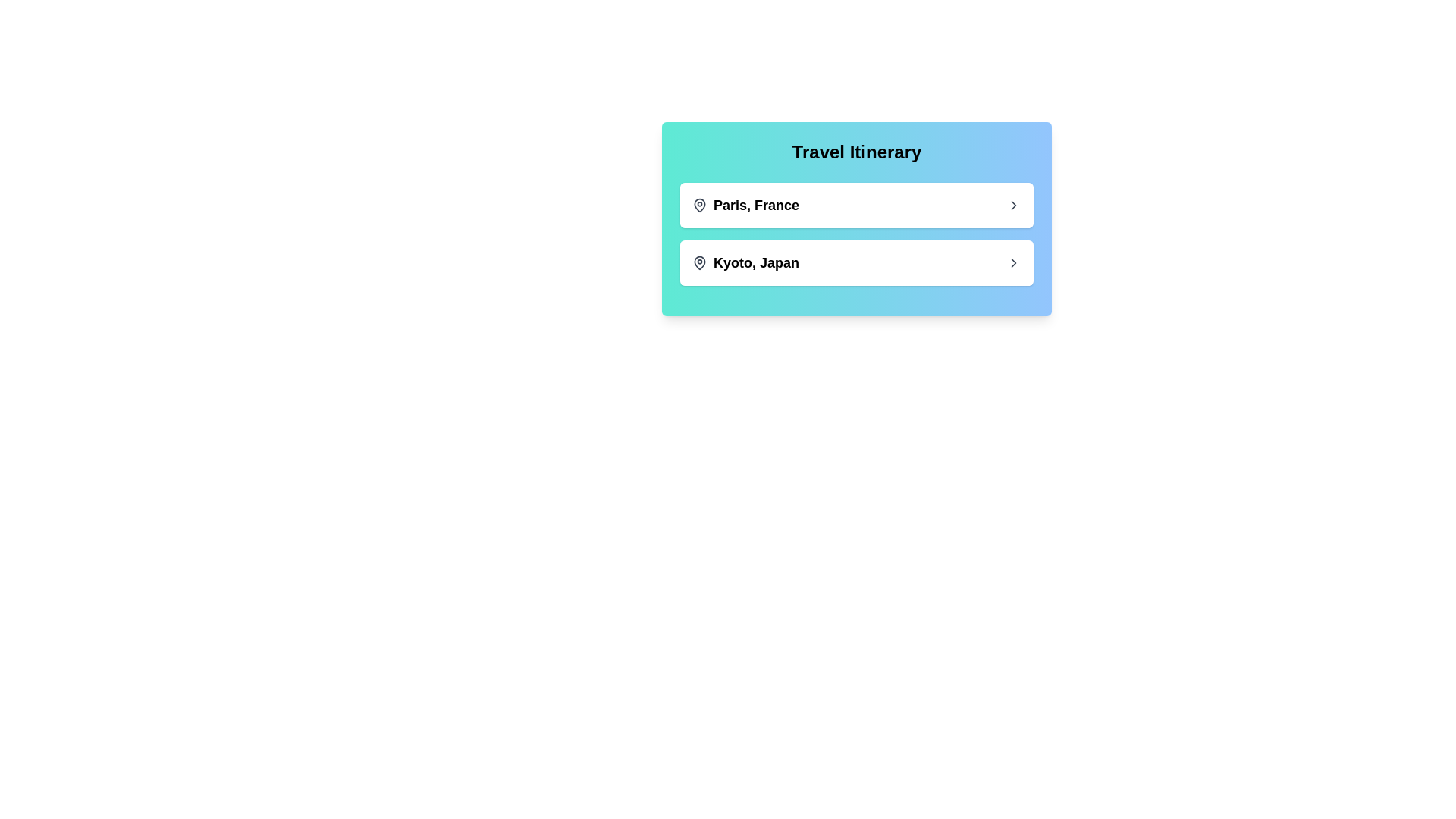 The width and height of the screenshot is (1456, 819). I want to click on the selectable location option button for 'Kyoto, Japan', which is the second item in the list of locations under 'Travel Itinerary', so click(856, 262).